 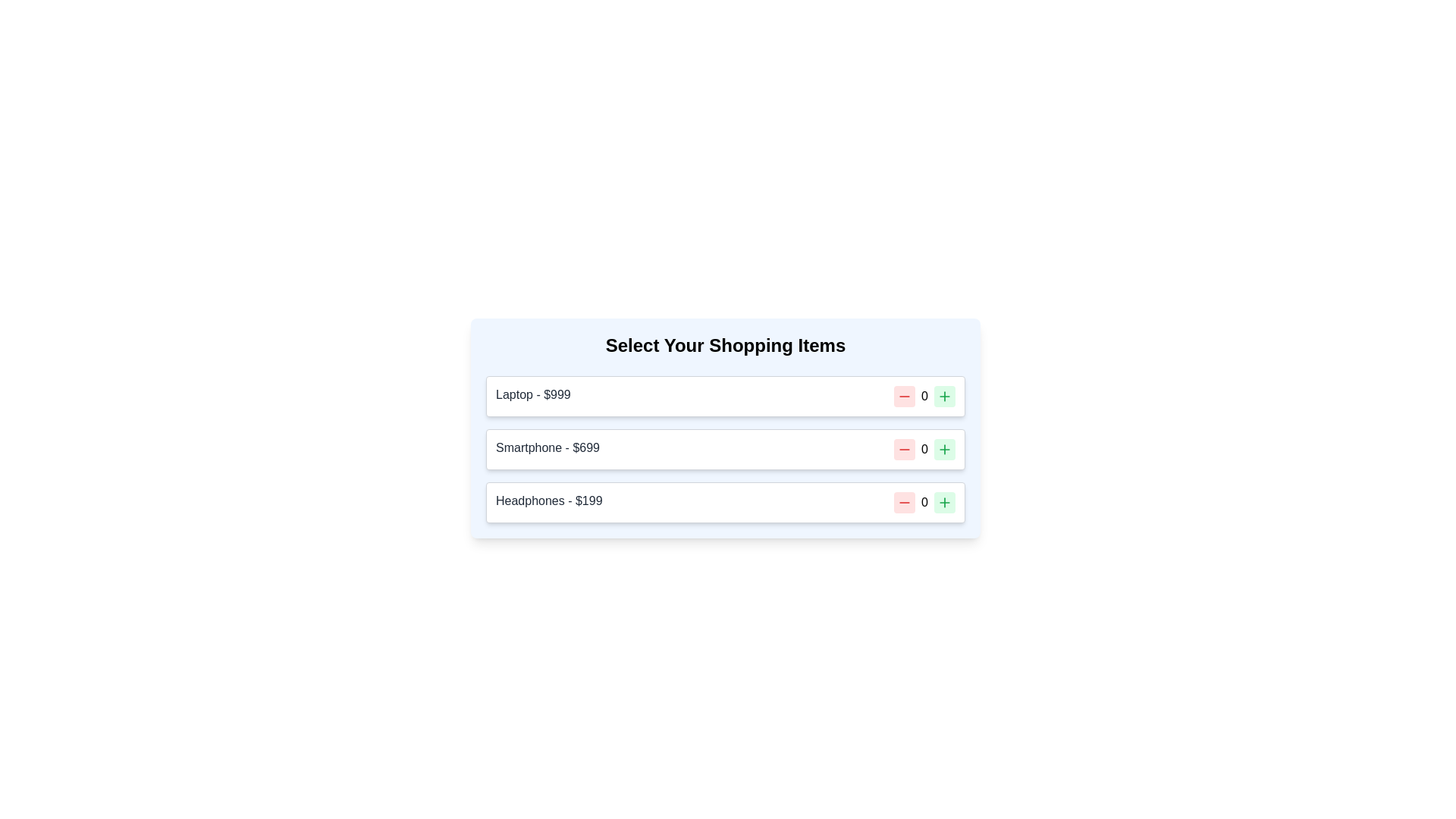 I want to click on the green circular button with a white plus sign to increment the quantity in the 'Headphones - $199' section, so click(x=944, y=503).